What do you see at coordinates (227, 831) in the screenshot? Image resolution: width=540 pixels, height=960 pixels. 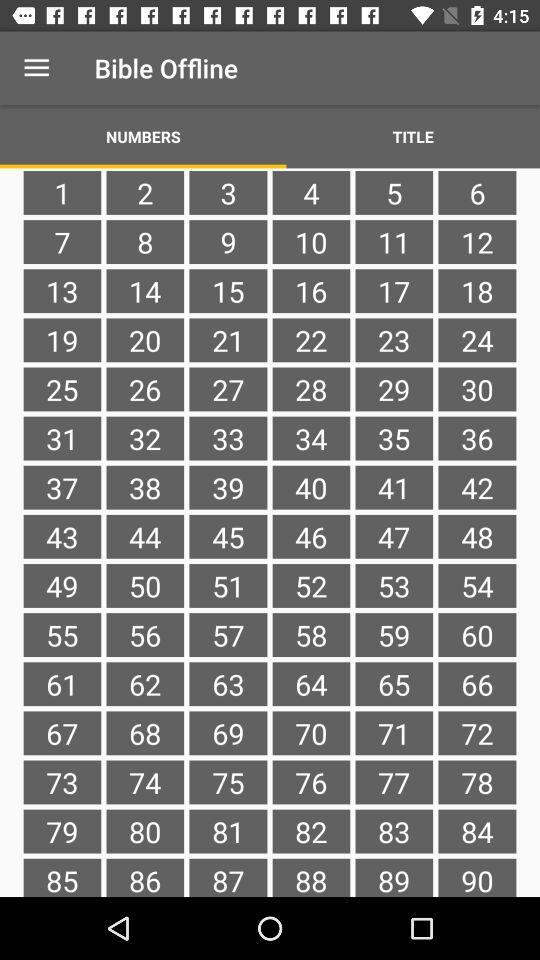 I see `the item below the 74 icon` at bounding box center [227, 831].